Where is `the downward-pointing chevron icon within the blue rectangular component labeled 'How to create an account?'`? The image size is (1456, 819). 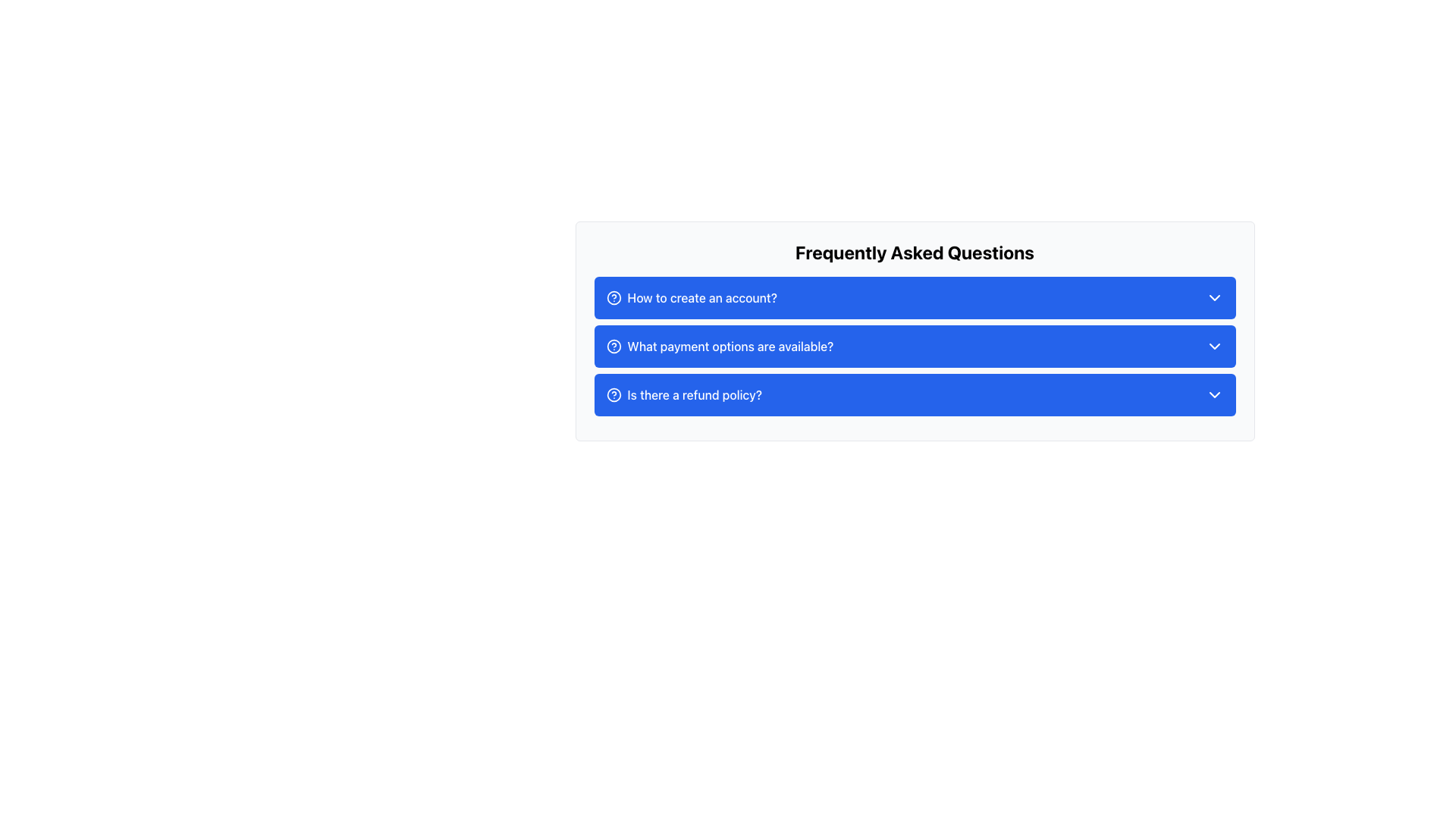 the downward-pointing chevron icon within the blue rectangular component labeled 'How to create an account?' is located at coordinates (1214, 298).